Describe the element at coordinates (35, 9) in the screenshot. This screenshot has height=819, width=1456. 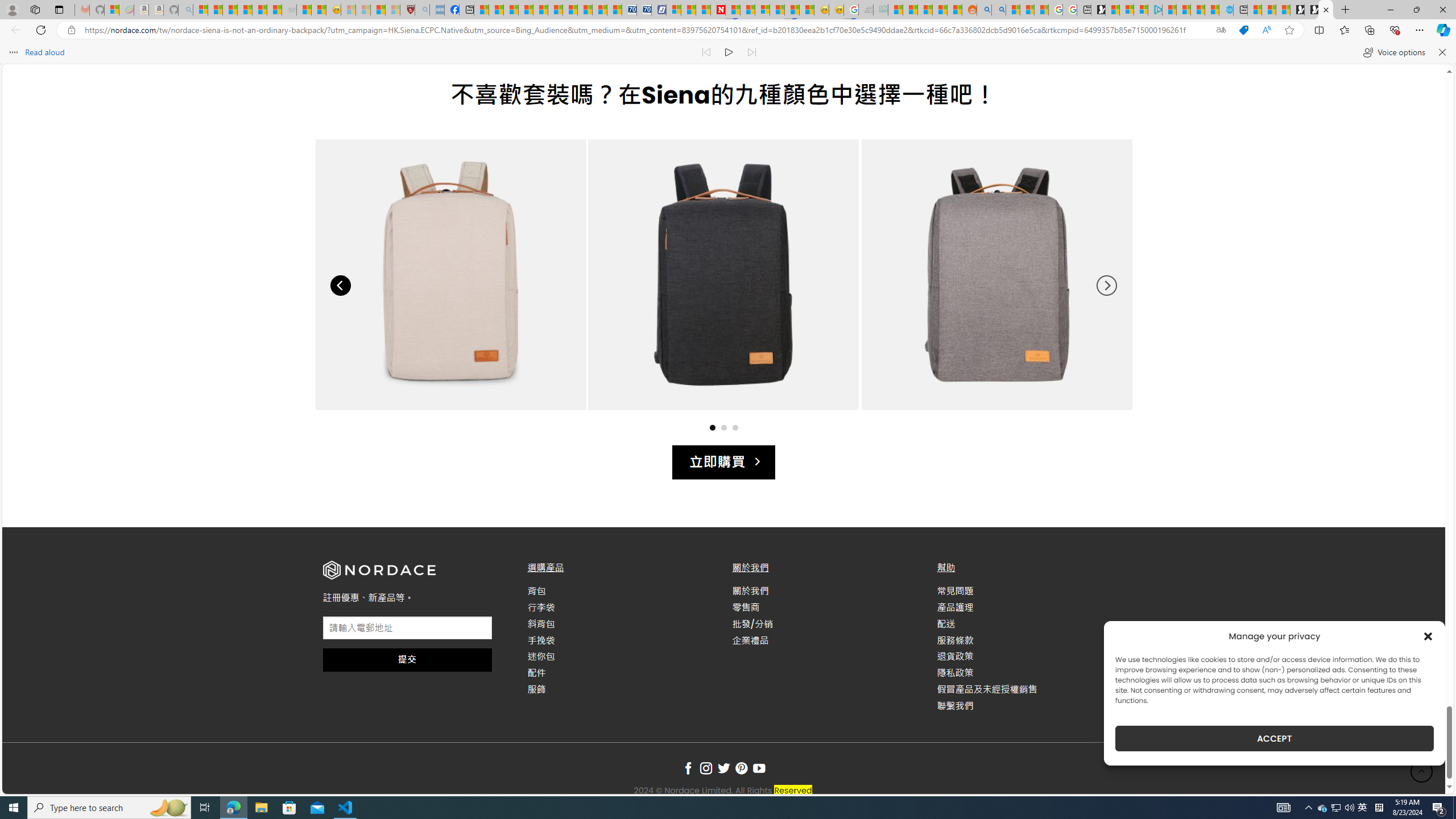
I see `'Workspaces'` at that location.